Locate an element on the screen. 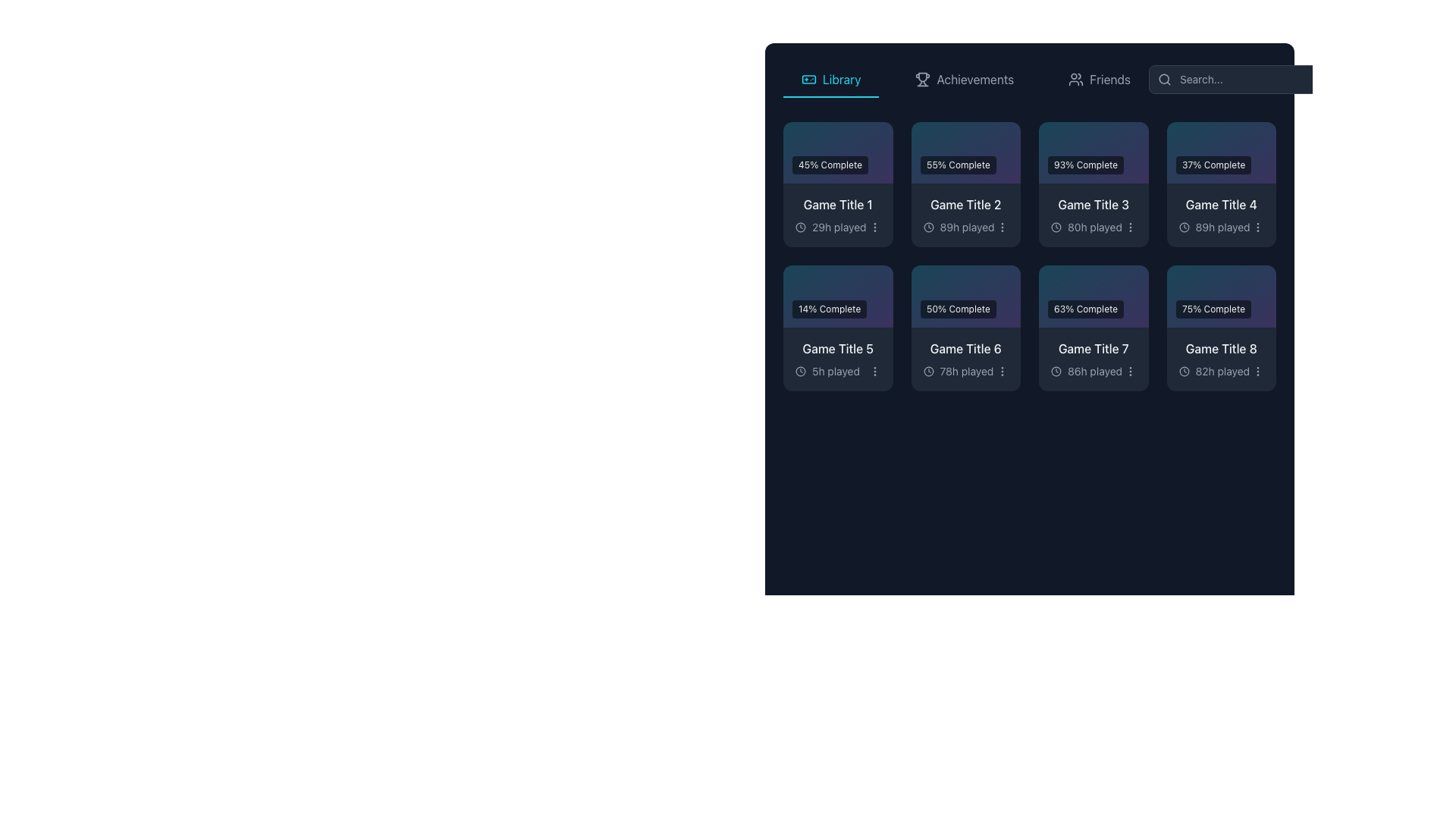 The width and height of the screenshot is (1456, 819). the SVG clock icon located at the start of the '29h played' label within the 'Game Title 1' card is located at coordinates (800, 227).